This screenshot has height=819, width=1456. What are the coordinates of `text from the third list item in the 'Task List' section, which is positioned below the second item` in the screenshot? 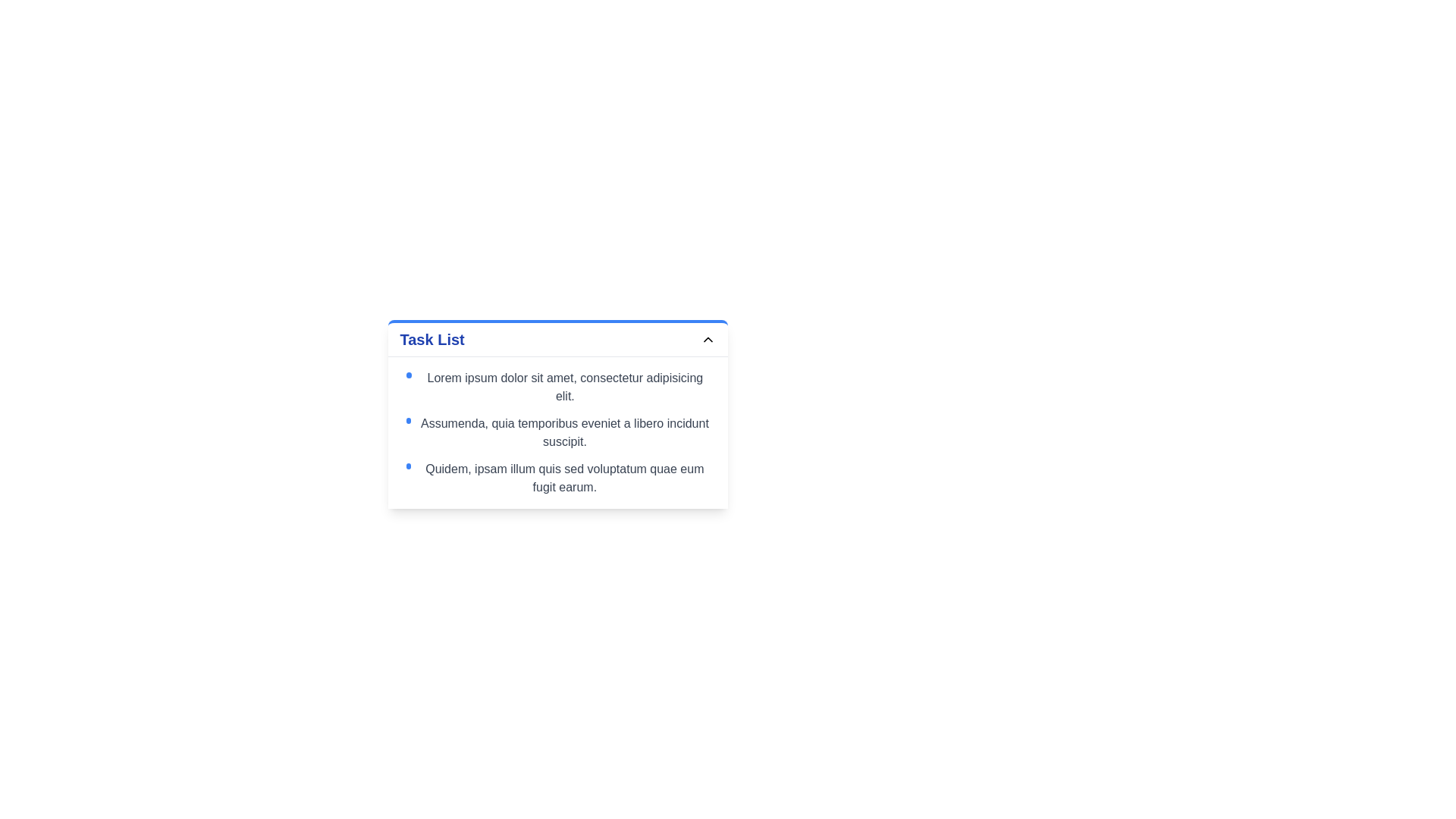 It's located at (557, 479).